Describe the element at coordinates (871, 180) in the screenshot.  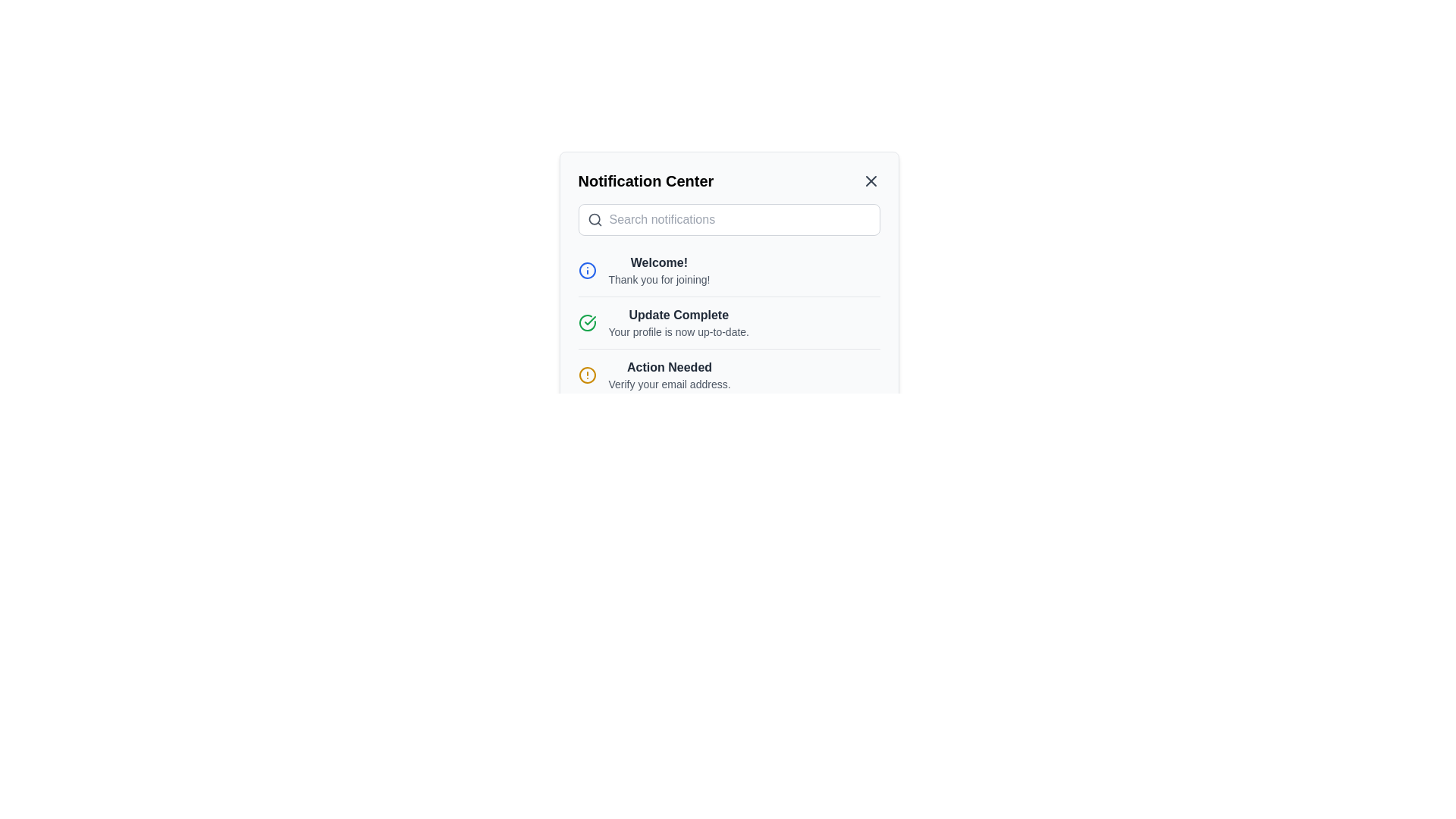
I see `the cross-shaped dark gray button` at that location.